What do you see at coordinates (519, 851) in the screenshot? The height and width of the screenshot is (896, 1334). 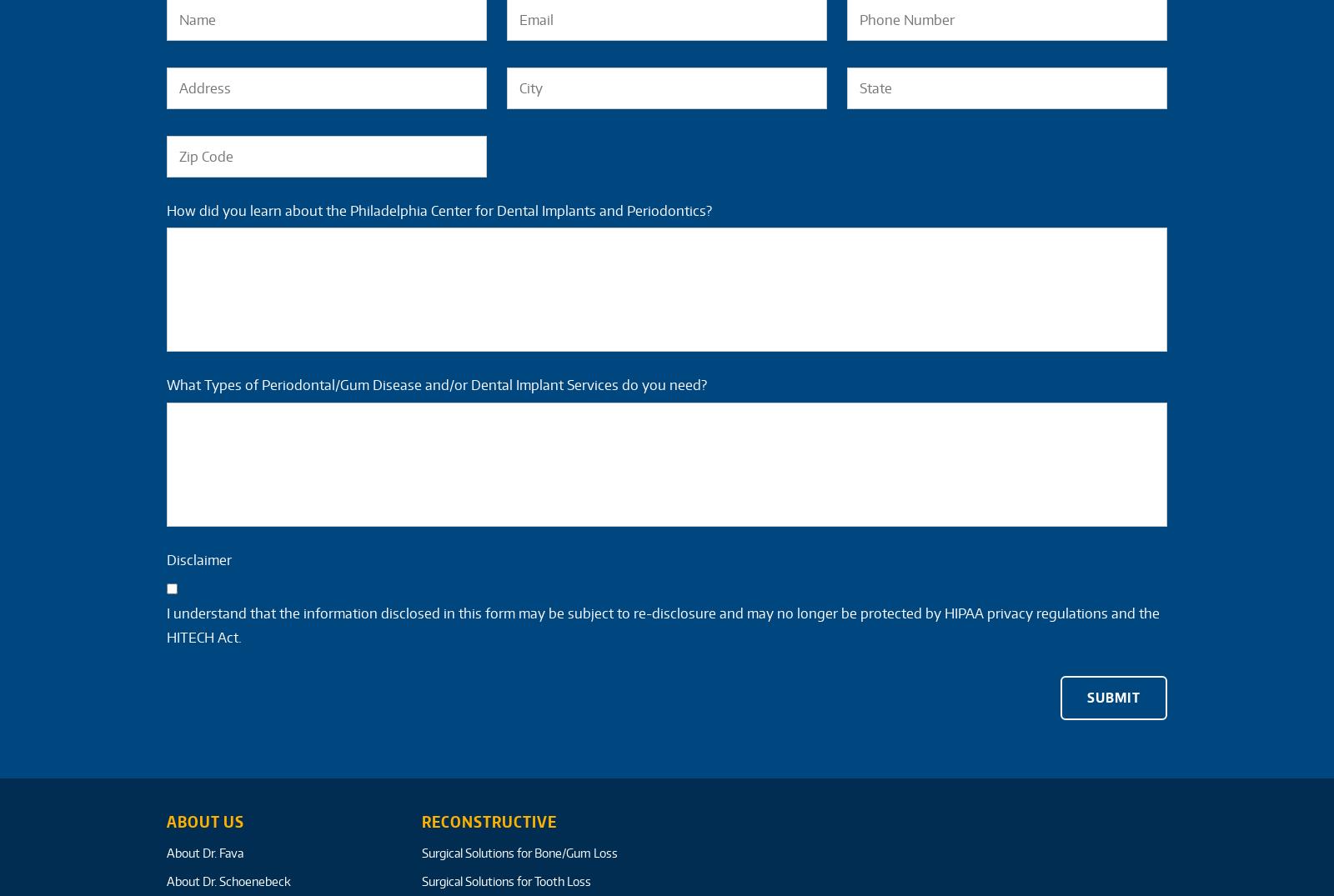 I see `'Surgical Solutions for Bone/Gum Loss'` at bounding box center [519, 851].